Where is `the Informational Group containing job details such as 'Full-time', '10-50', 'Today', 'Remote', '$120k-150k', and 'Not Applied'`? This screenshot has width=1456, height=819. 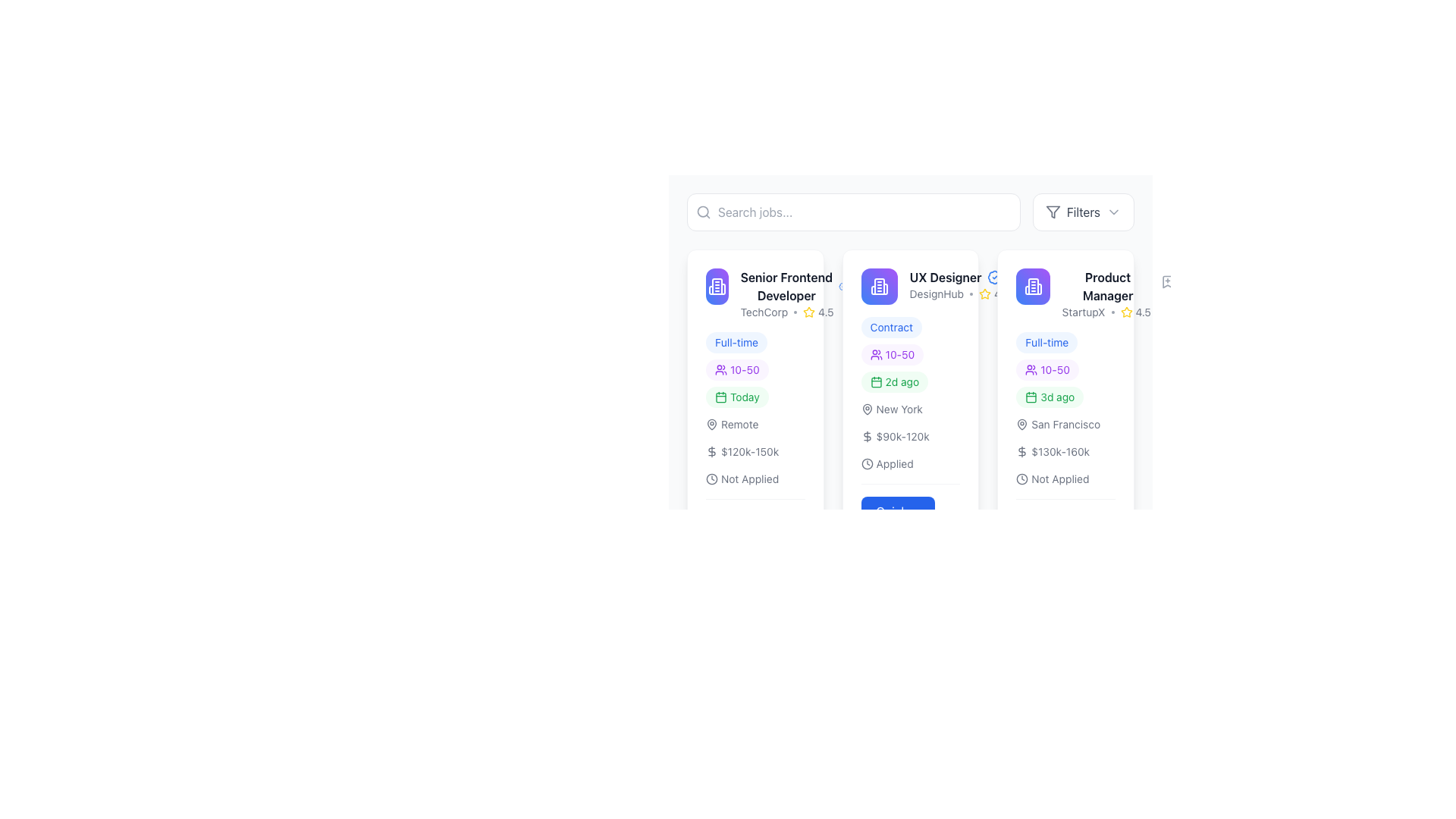
the Informational Group containing job details such as 'Full-time', '10-50', 'Today', 'Remote', '$120k-150k', and 'Not Applied' is located at coordinates (755, 409).